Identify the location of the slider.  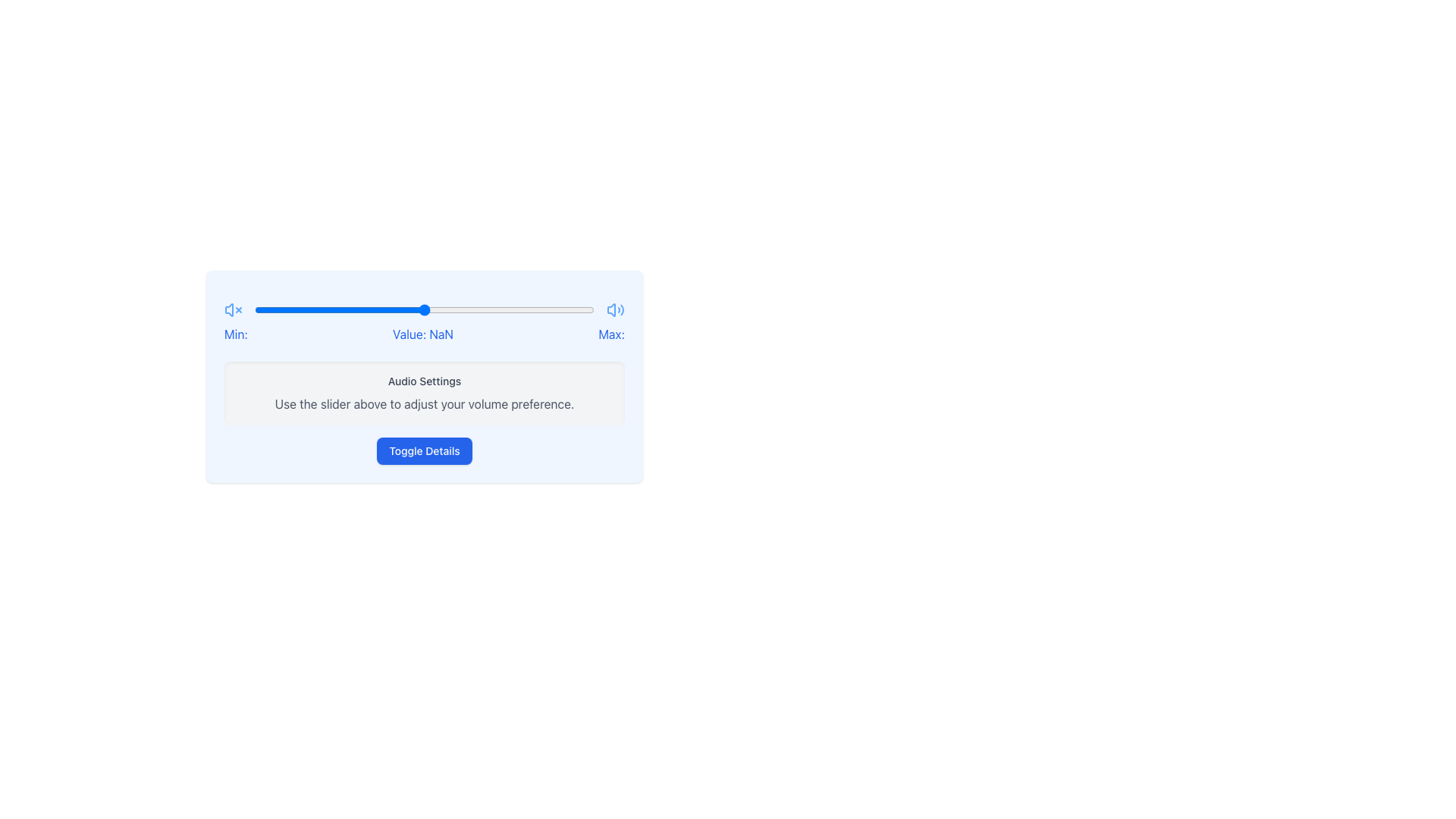
(292, 309).